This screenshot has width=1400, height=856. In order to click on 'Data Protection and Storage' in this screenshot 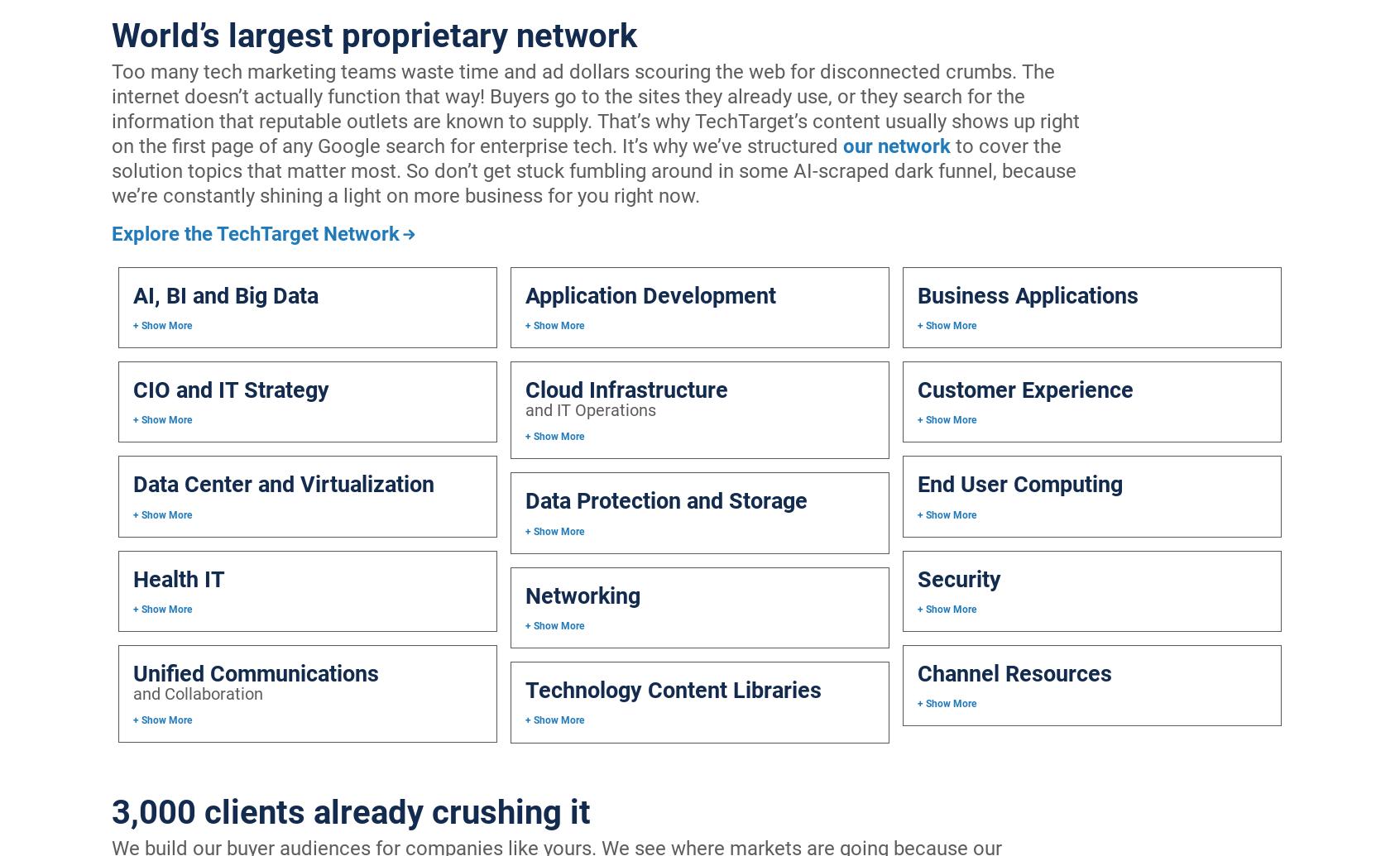, I will do `click(666, 500)`.